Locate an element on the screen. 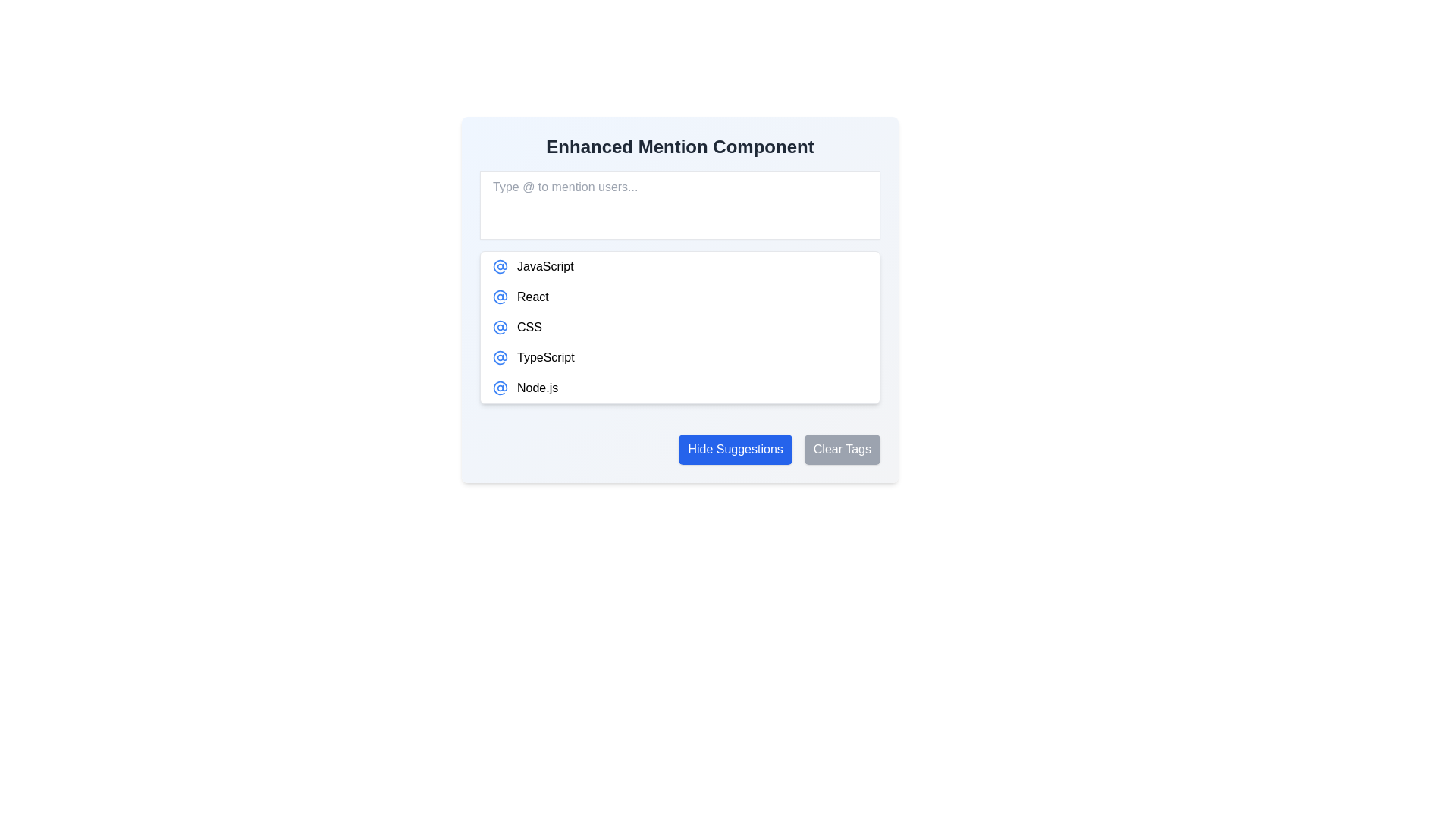  the circular blue '@' icon in the dropdown suggestion list is located at coordinates (500, 297).